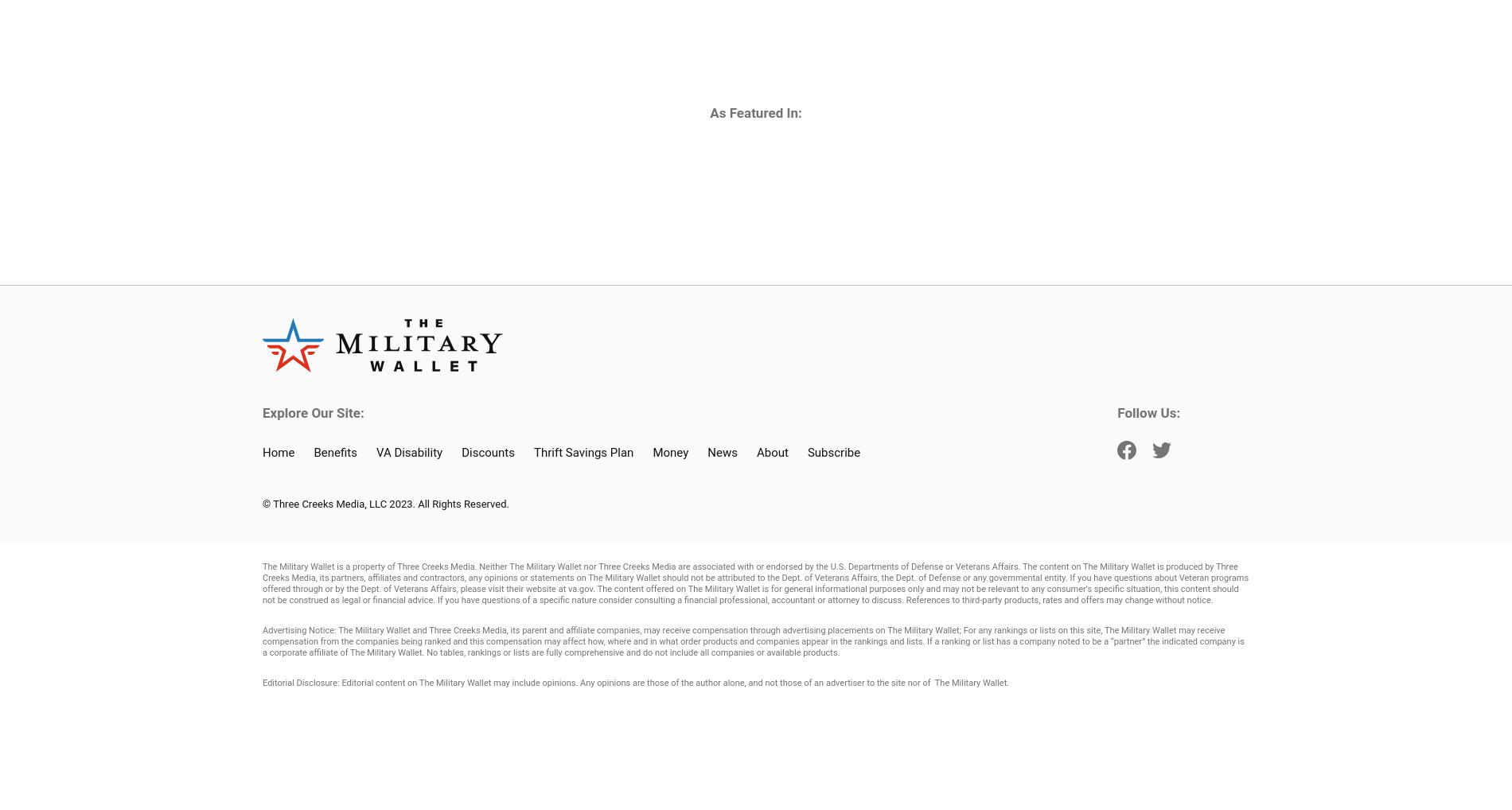 This screenshot has width=1512, height=810. Describe the element at coordinates (385, 503) in the screenshot. I see `'© Three Creeks Media, LLC 2023. All Rights Reserved.'` at that location.